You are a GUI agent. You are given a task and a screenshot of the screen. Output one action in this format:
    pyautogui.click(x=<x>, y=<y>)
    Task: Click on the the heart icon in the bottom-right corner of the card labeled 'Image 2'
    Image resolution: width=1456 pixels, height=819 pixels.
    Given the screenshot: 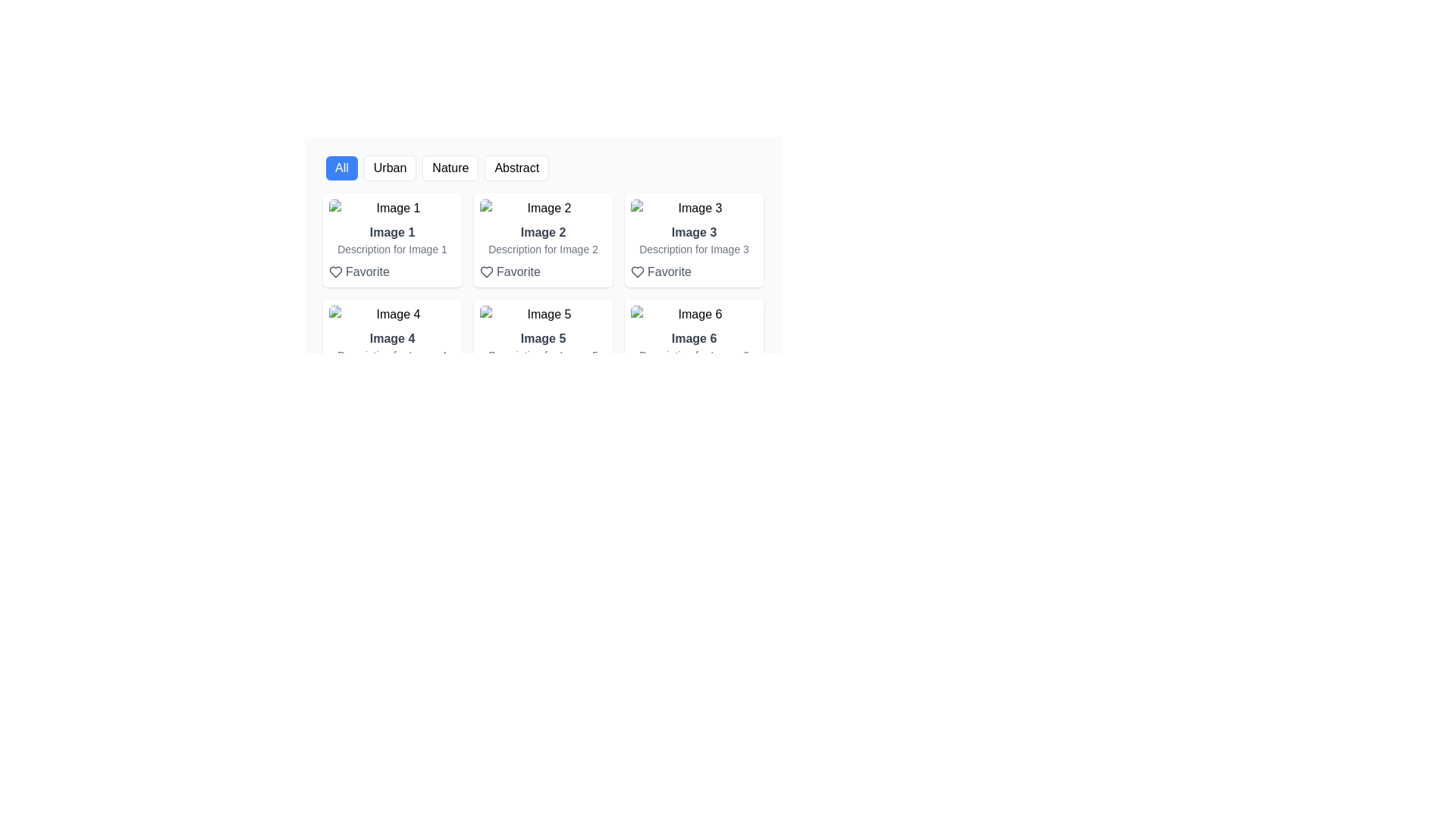 What is the action you would take?
    pyautogui.click(x=334, y=271)
    